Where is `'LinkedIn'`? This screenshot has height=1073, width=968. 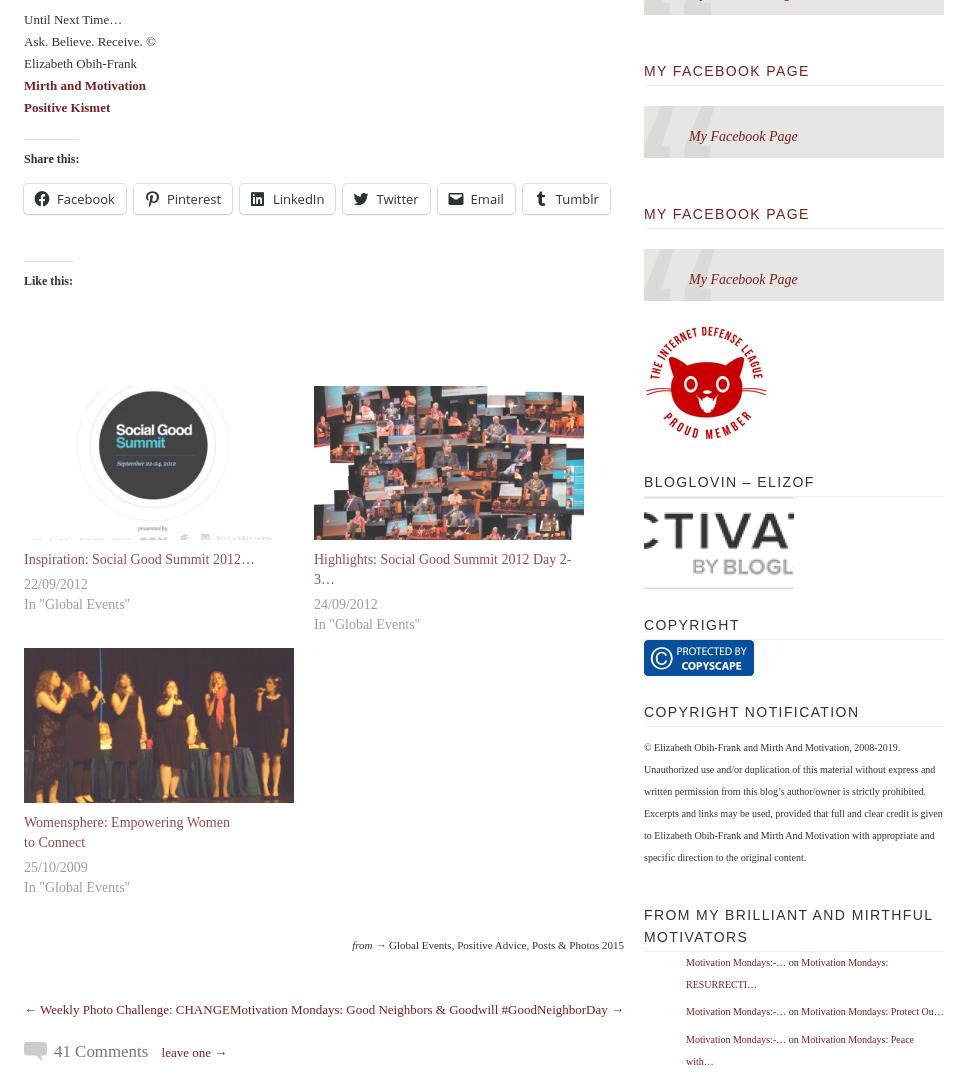 'LinkedIn' is located at coordinates (297, 197).